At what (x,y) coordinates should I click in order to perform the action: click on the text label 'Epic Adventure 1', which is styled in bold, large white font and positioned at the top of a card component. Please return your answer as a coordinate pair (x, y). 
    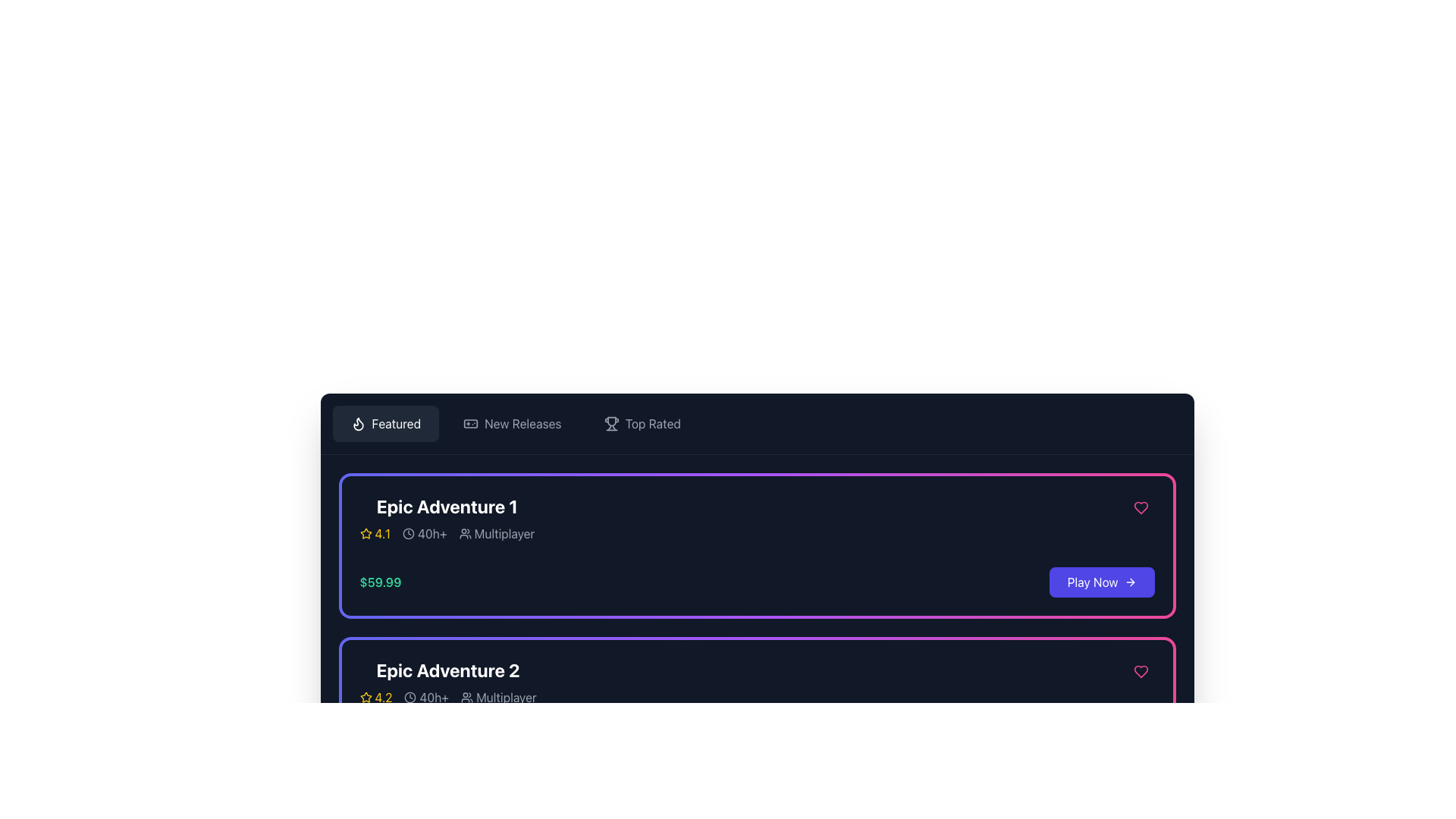
    Looking at the image, I should click on (446, 506).